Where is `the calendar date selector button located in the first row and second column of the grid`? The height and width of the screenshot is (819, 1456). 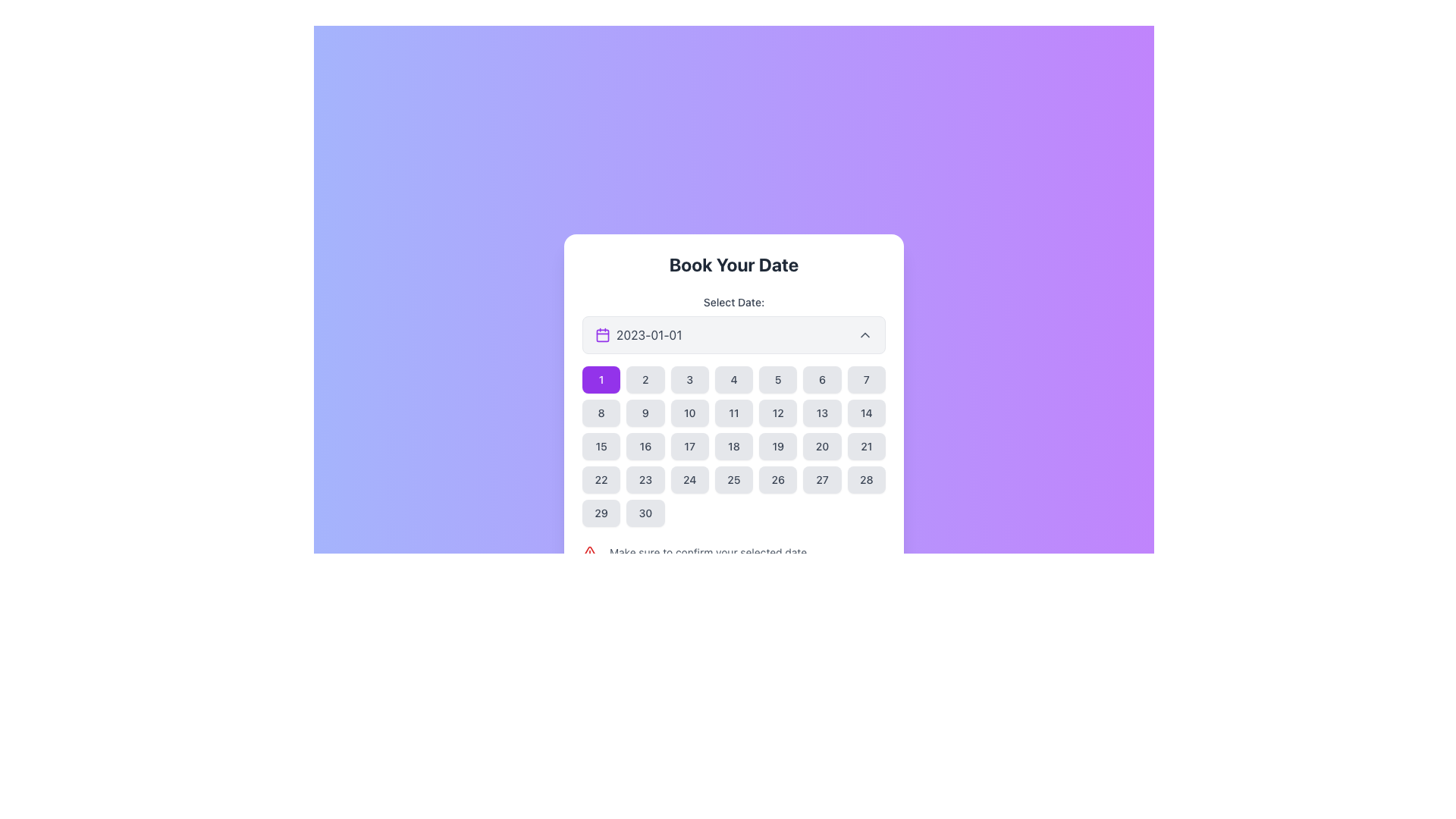 the calendar date selector button located in the first row and second column of the grid is located at coordinates (645, 379).